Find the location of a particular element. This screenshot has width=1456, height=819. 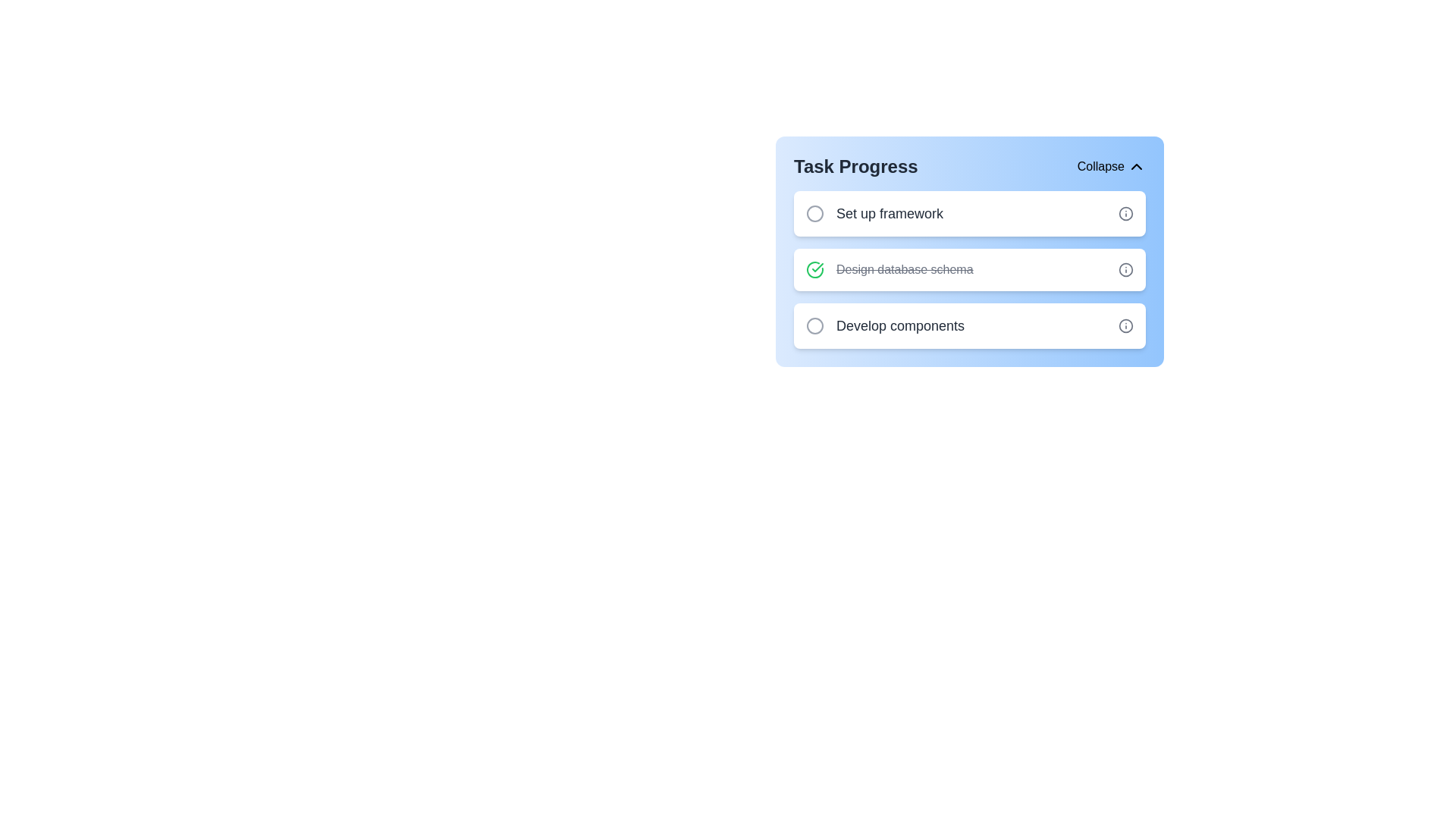

the info icon next to the task titled 'Set up framework' is located at coordinates (1125, 213).